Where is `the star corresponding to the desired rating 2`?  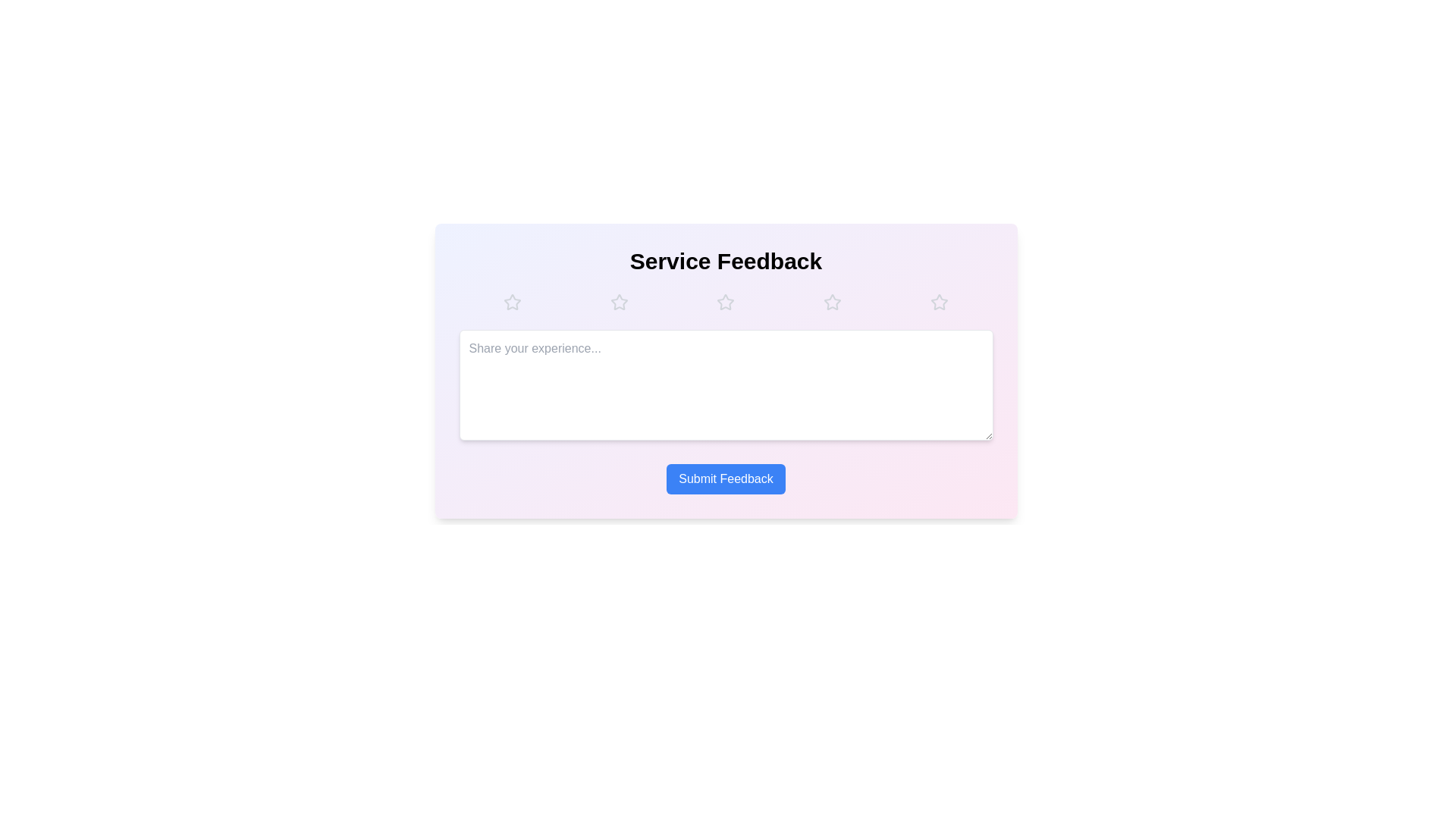 the star corresponding to the desired rating 2 is located at coordinates (619, 302).